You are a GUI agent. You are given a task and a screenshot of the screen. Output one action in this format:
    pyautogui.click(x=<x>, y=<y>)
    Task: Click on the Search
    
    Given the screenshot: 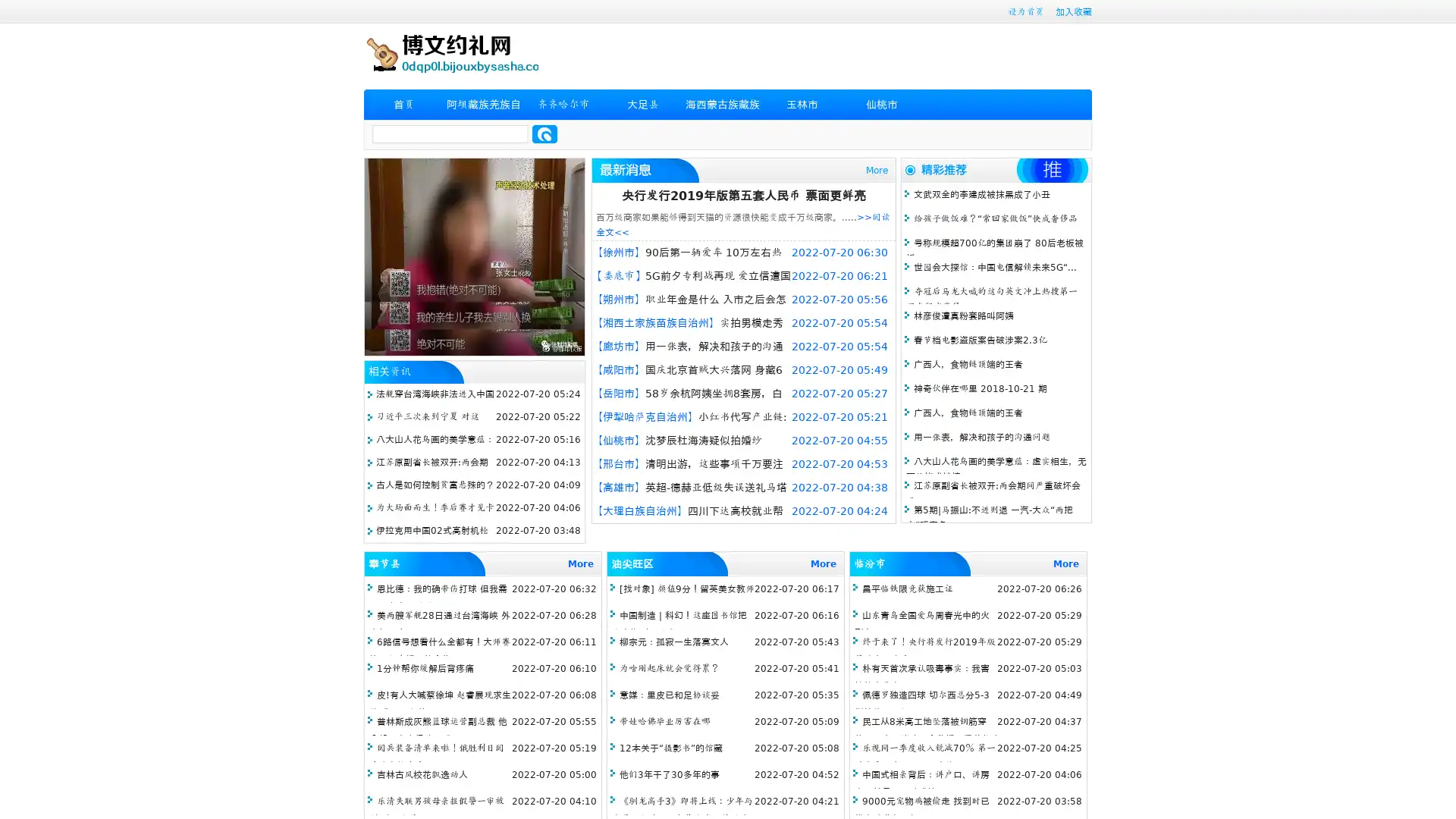 What is the action you would take?
    pyautogui.click(x=544, y=133)
    